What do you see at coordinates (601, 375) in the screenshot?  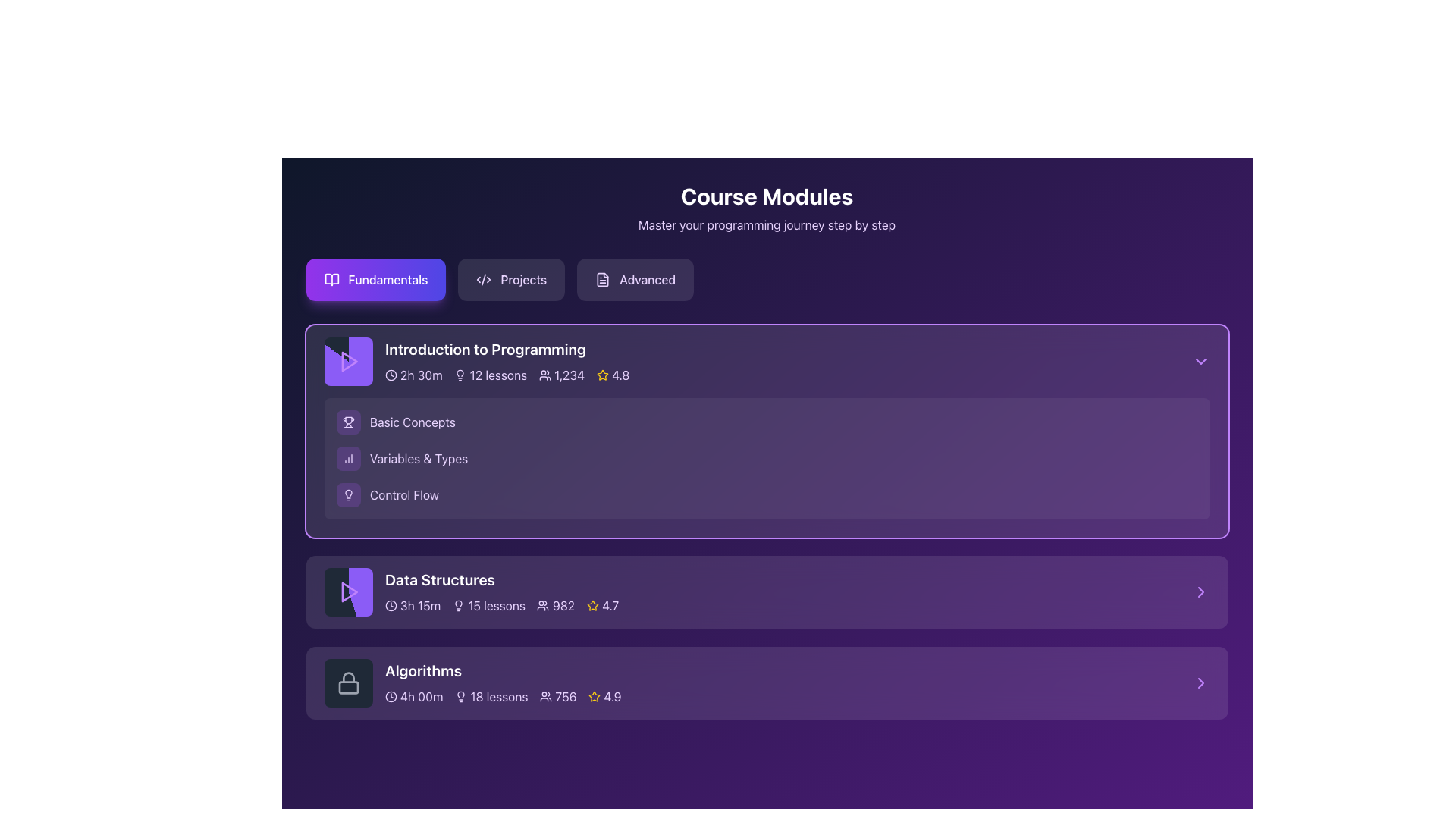 I see `the star icon with rounded edges and yellow coloring, which is associated with ratings or favorites, located next to the numeric rating '4.8' in the 'Introduction to Programming' module at the top section of the course card` at bounding box center [601, 375].